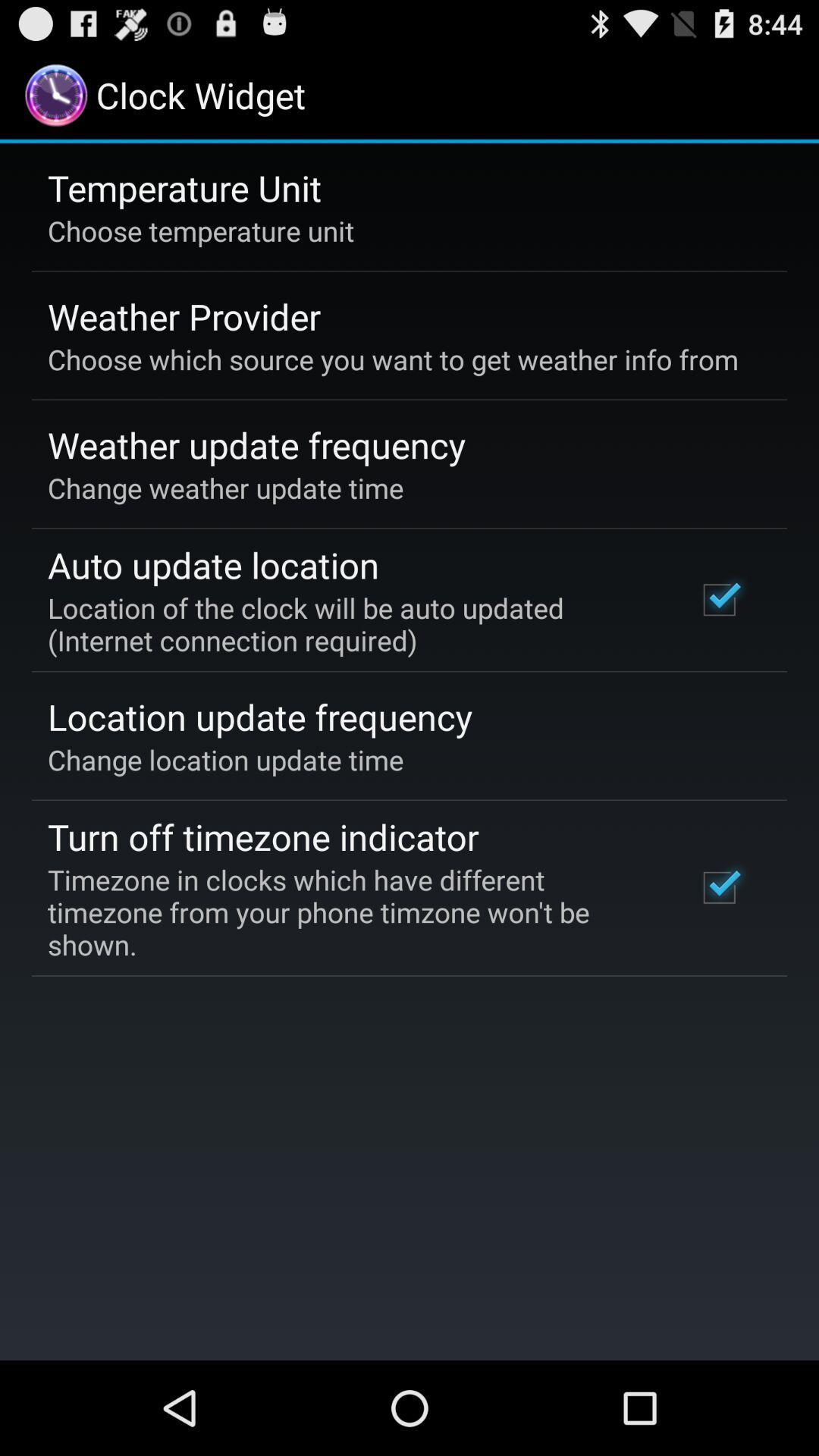 The width and height of the screenshot is (819, 1456). I want to click on the app at the top, so click(392, 359).